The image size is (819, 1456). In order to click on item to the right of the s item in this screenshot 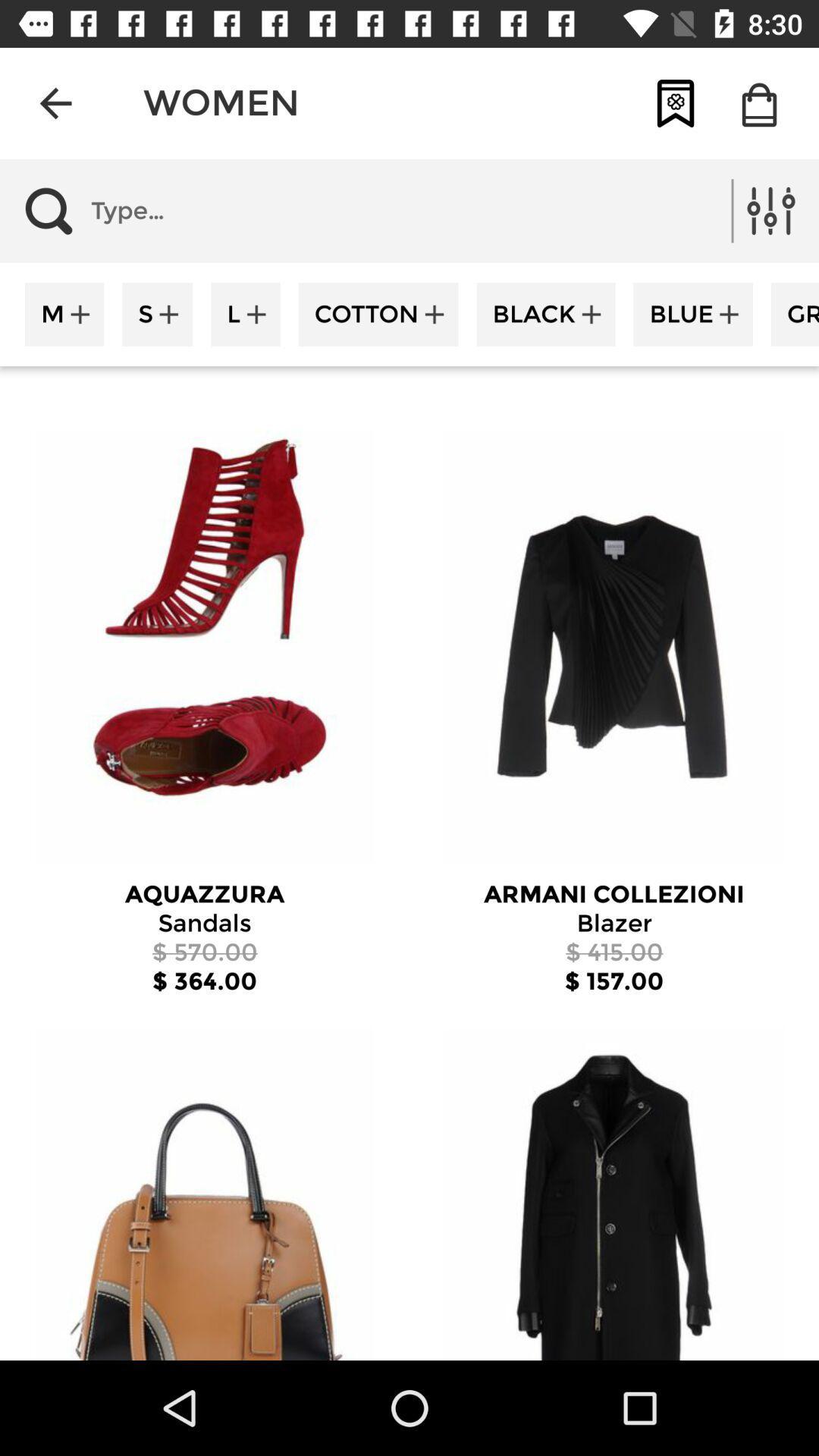, I will do `click(245, 313)`.